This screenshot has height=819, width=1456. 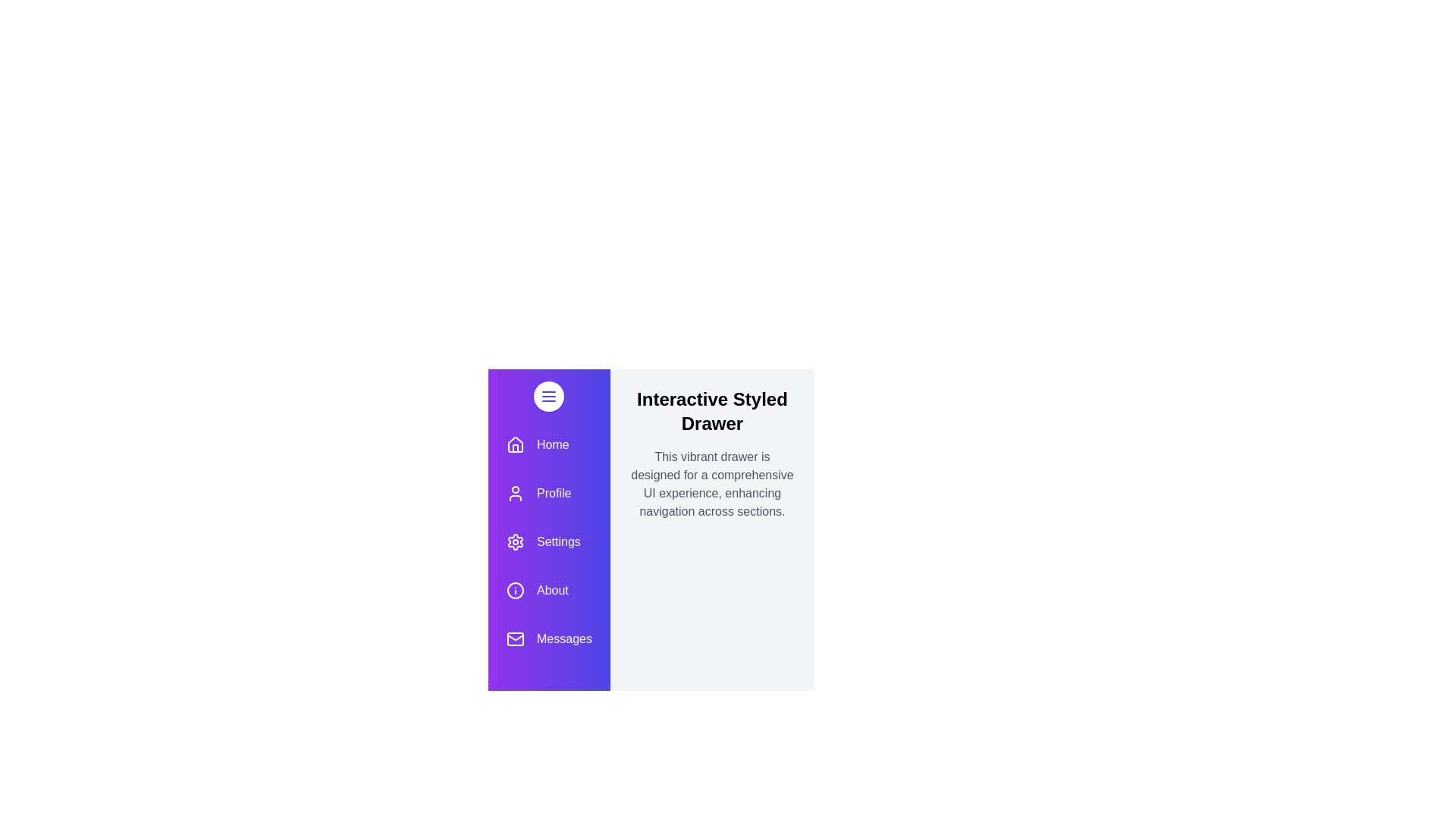 I want to click on the menu item labeled Messages, so click(x=548, y=639).